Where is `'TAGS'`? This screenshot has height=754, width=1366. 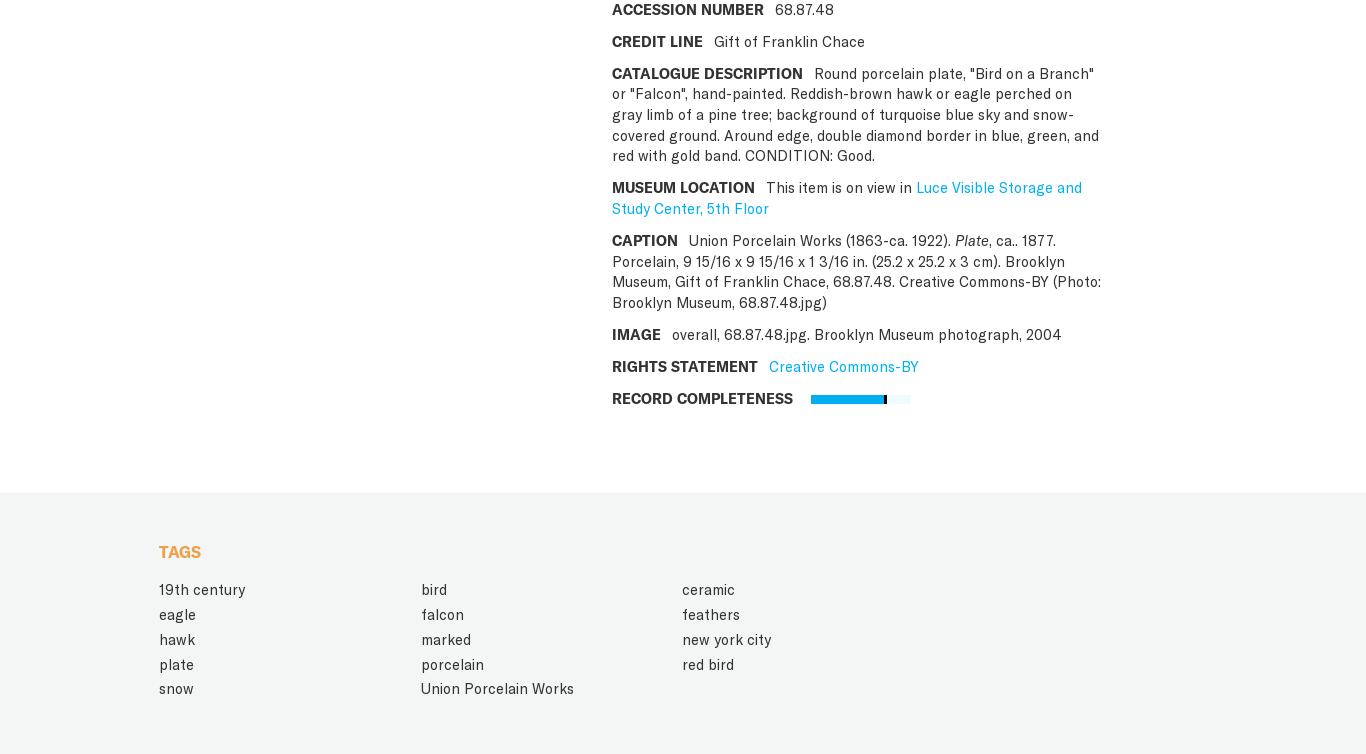
'TAGS' is located at coordinates (158, 552).